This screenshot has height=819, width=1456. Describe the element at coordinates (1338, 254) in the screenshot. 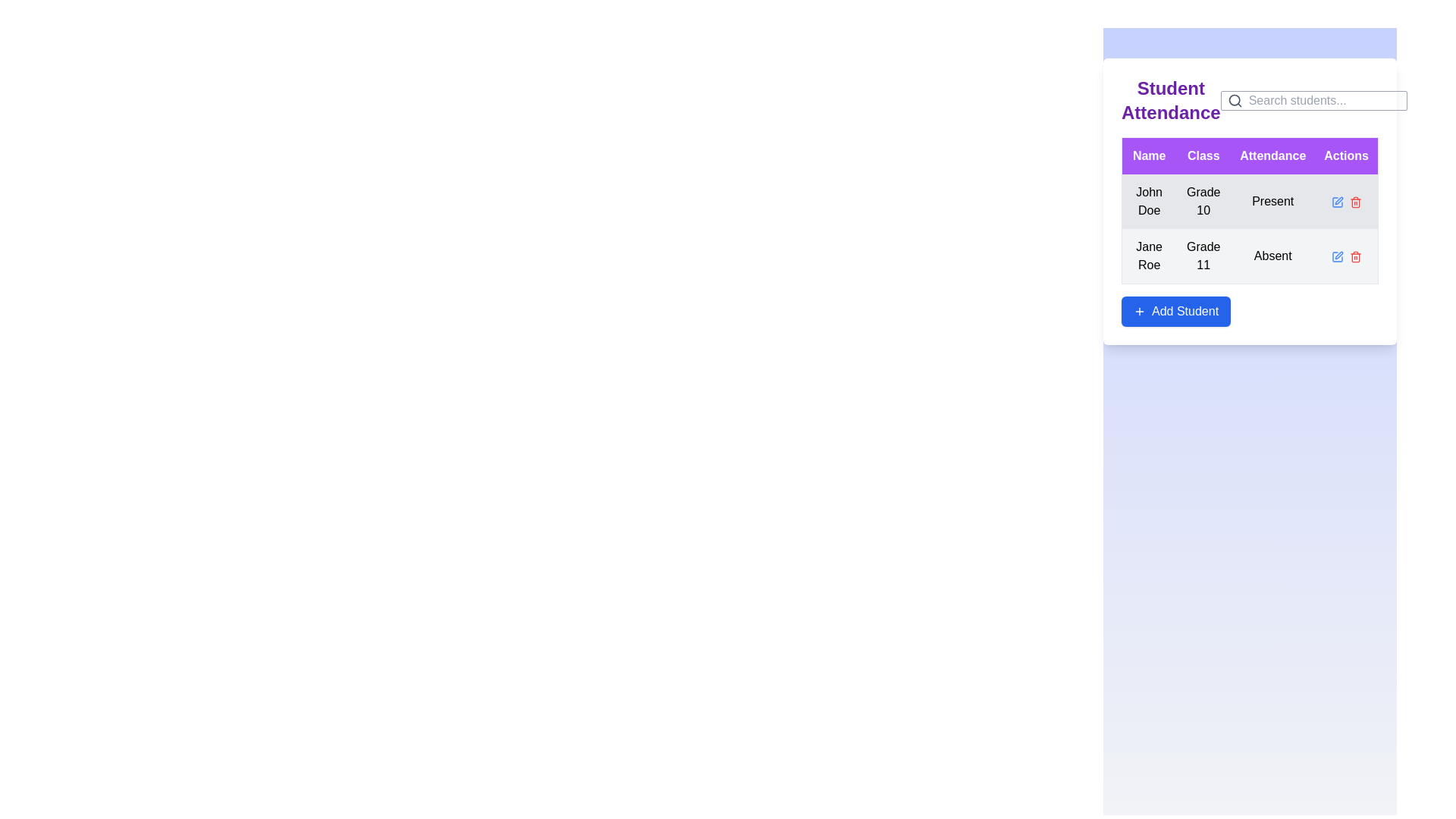

I see `the pen icon in the Actions column of the second row in the student attendance list for Jane Roe` at that location.